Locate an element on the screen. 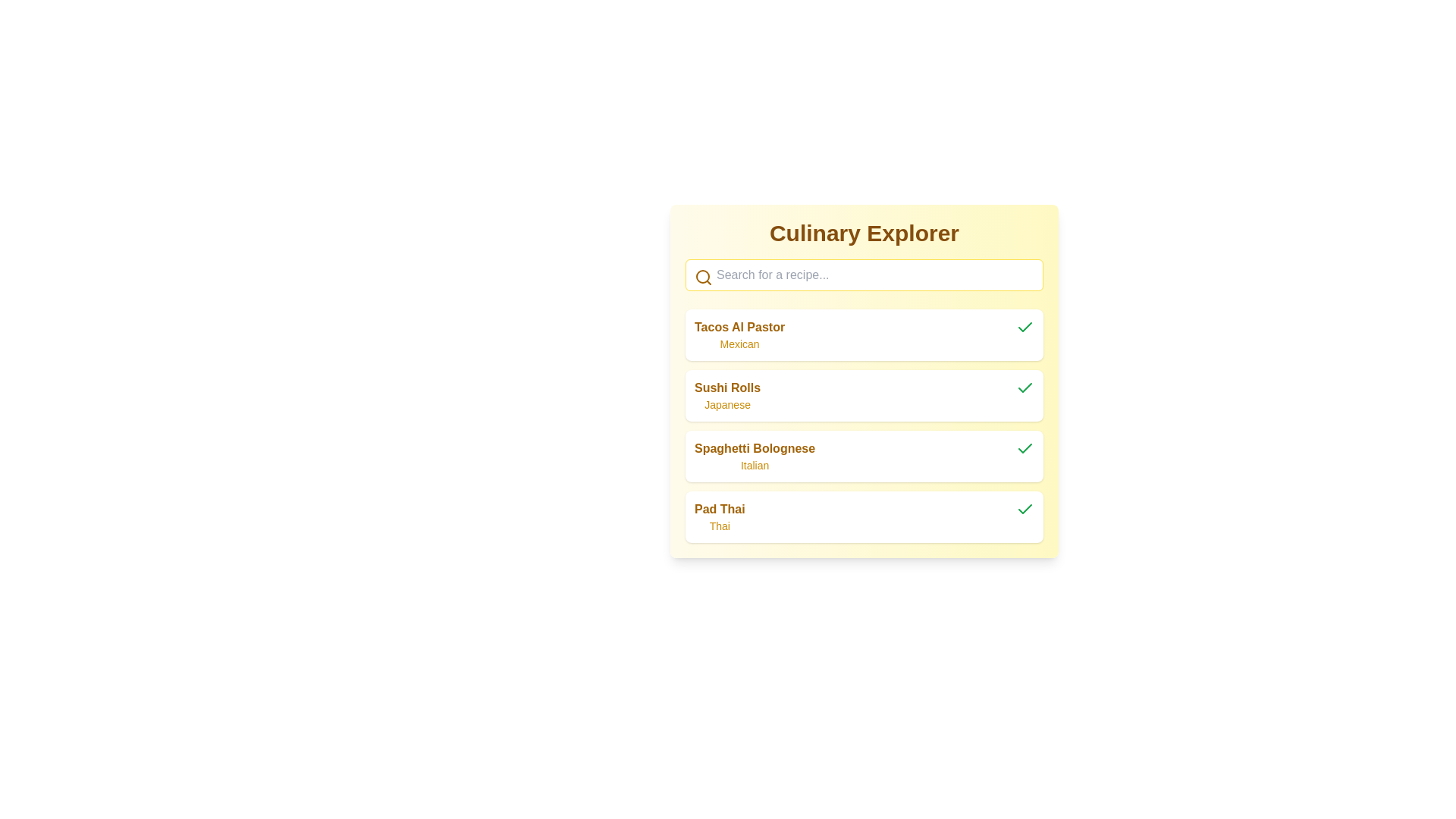  the search icon located on the left side of the search input field is located at coordinates (702, 278).